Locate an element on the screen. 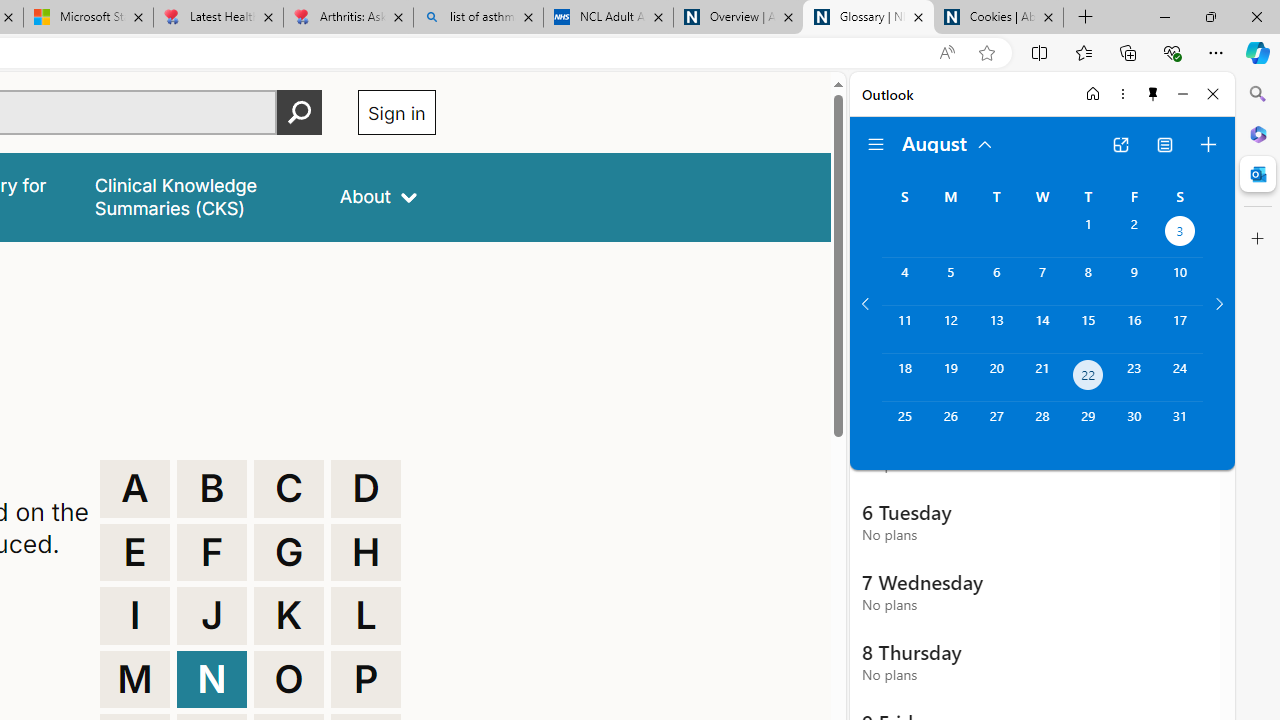 This screenshot has height=720, width=1280. 'O' is located at coordinates (288, 678).